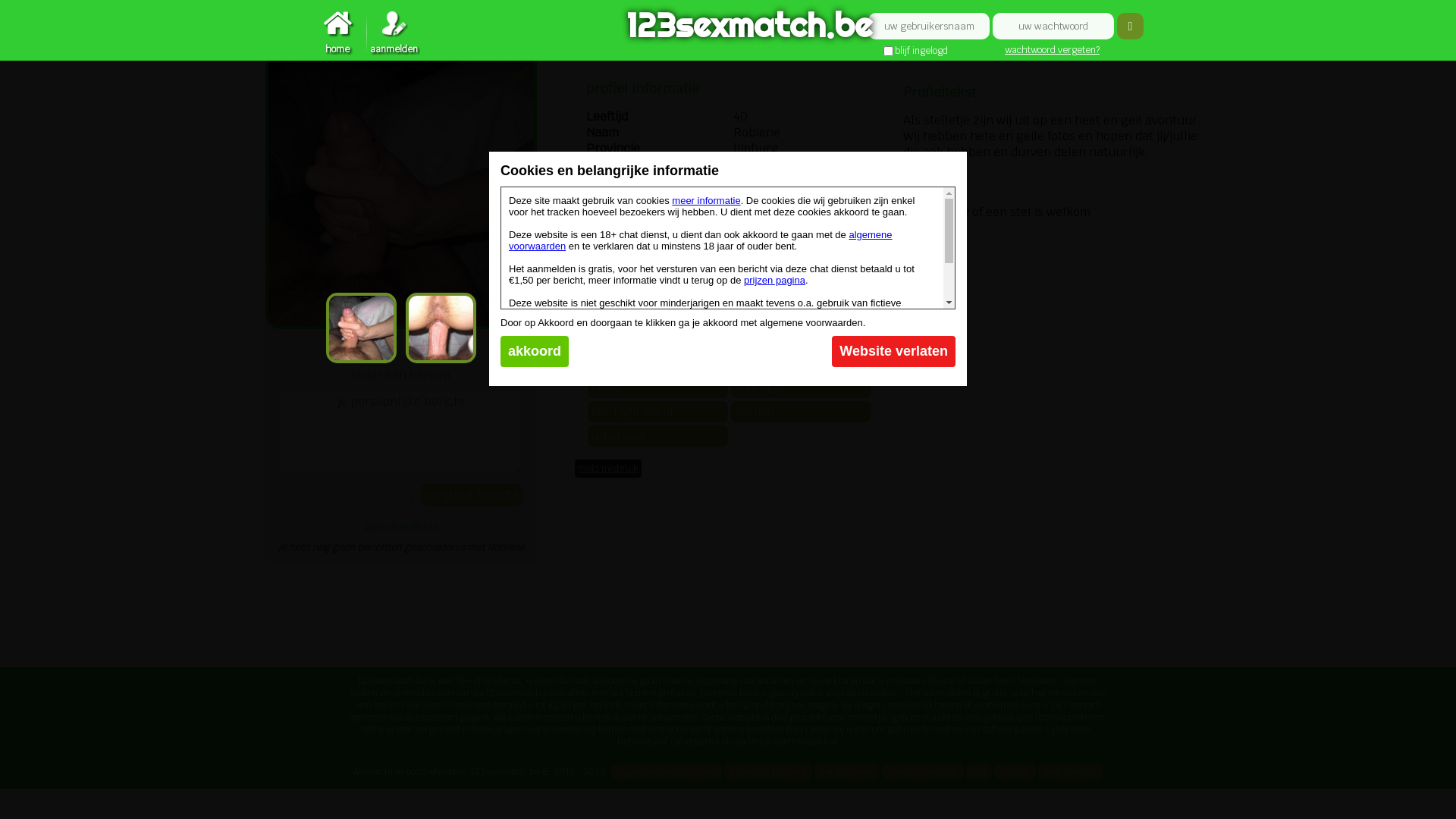 The height and width of the screenshot is (819, 1456). I want to click on 'meer informatie', so click(705, 199).